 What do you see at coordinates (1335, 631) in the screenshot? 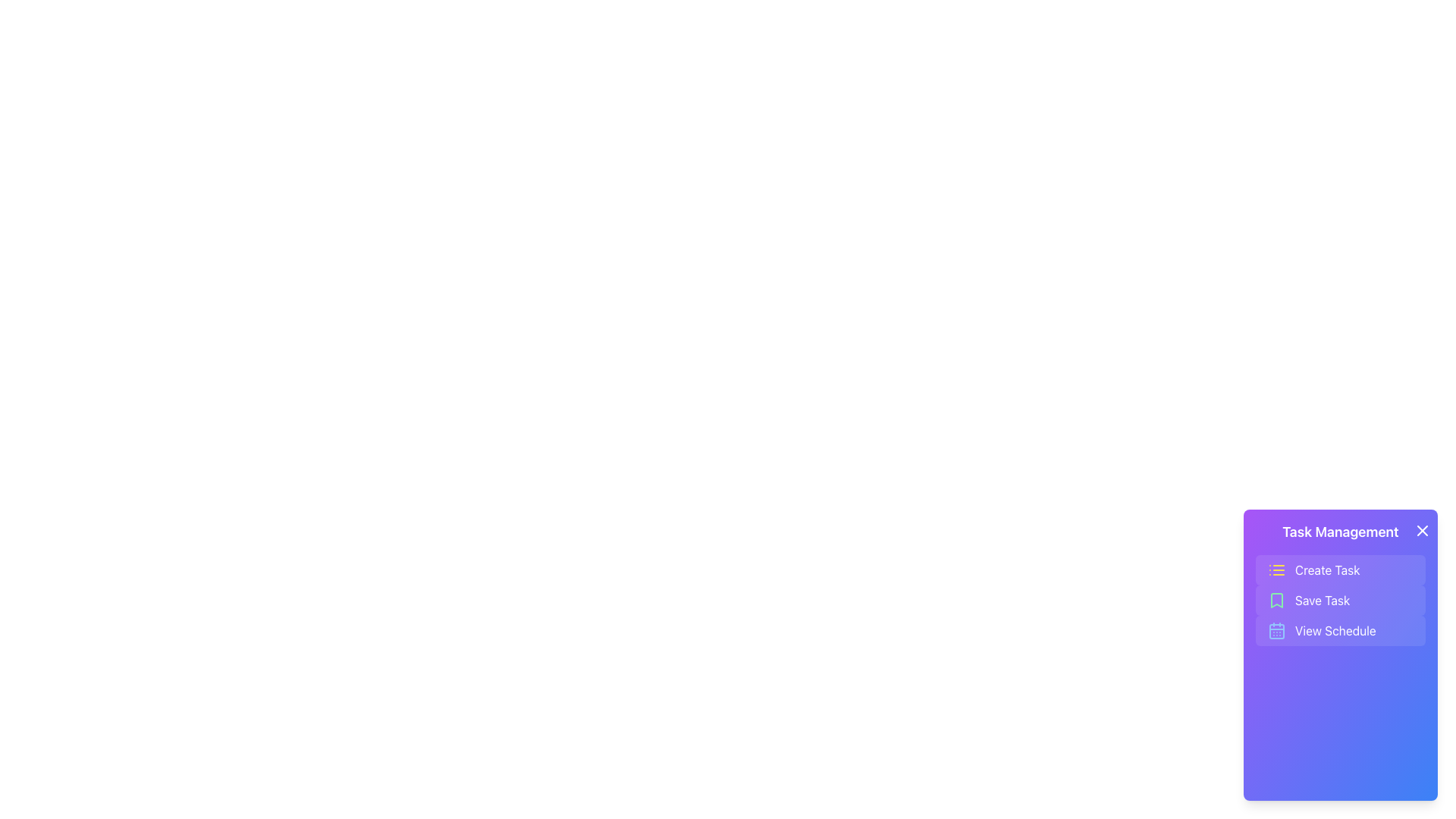
I see `the third text label in the 'Task Management' menu` at bounding box center [1335, 631].